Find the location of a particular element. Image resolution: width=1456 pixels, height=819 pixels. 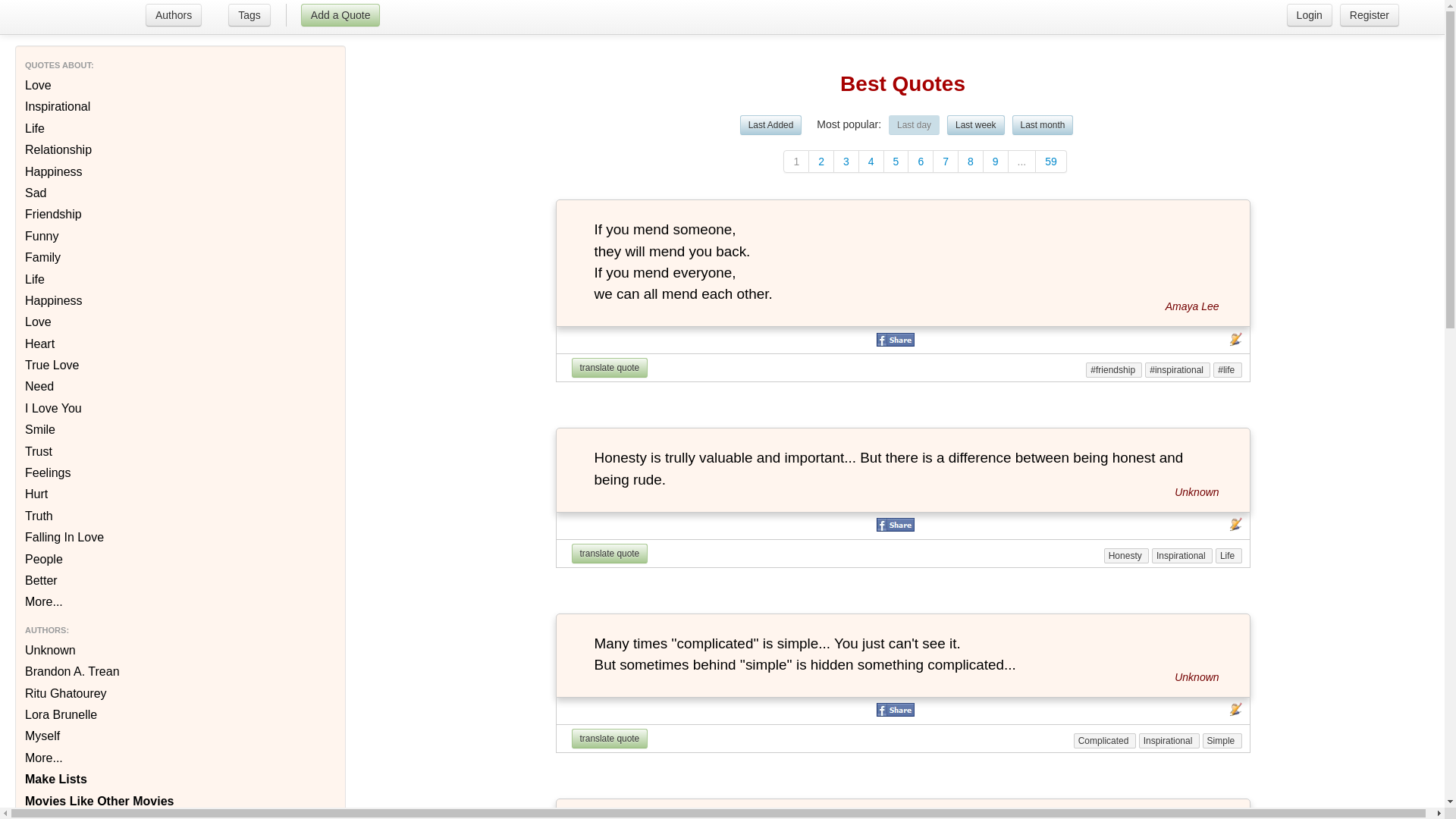

'Inspirational ' is located at coordinates (1181, 555).